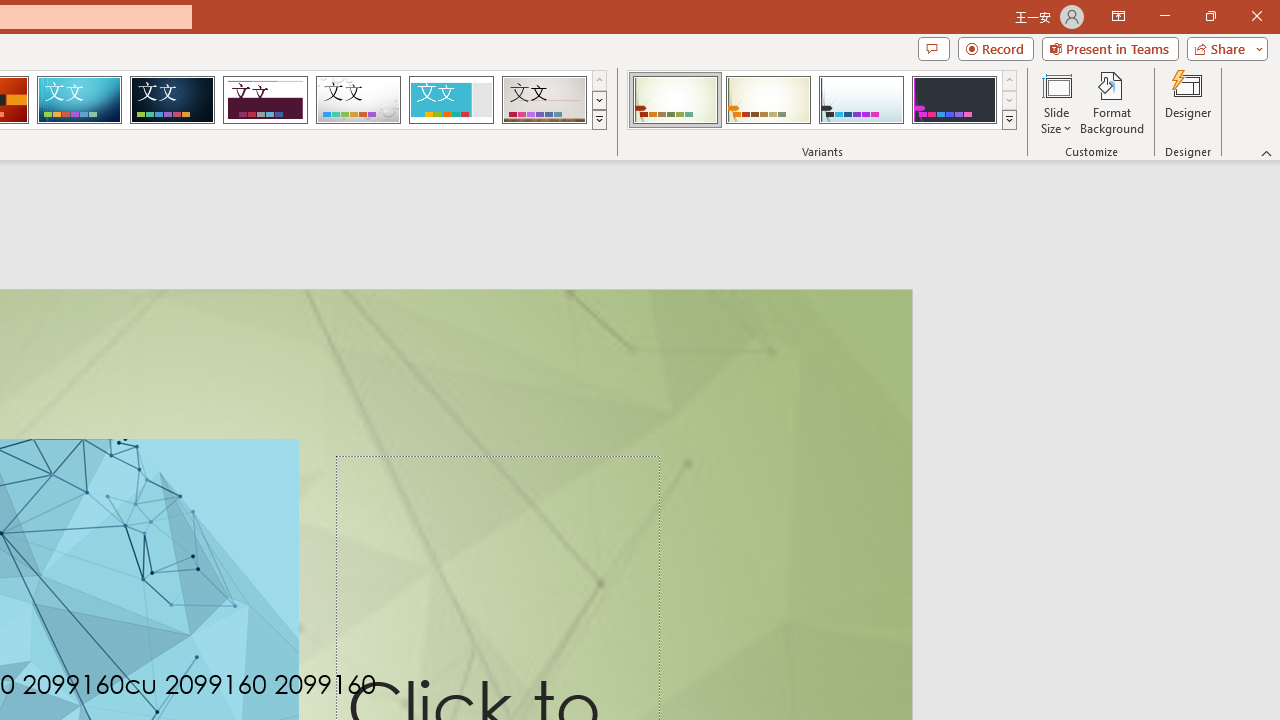 The height and width of the screenshot is (720, 1280). I want to click on 'Wisp Variant 3', so click(861, 100).